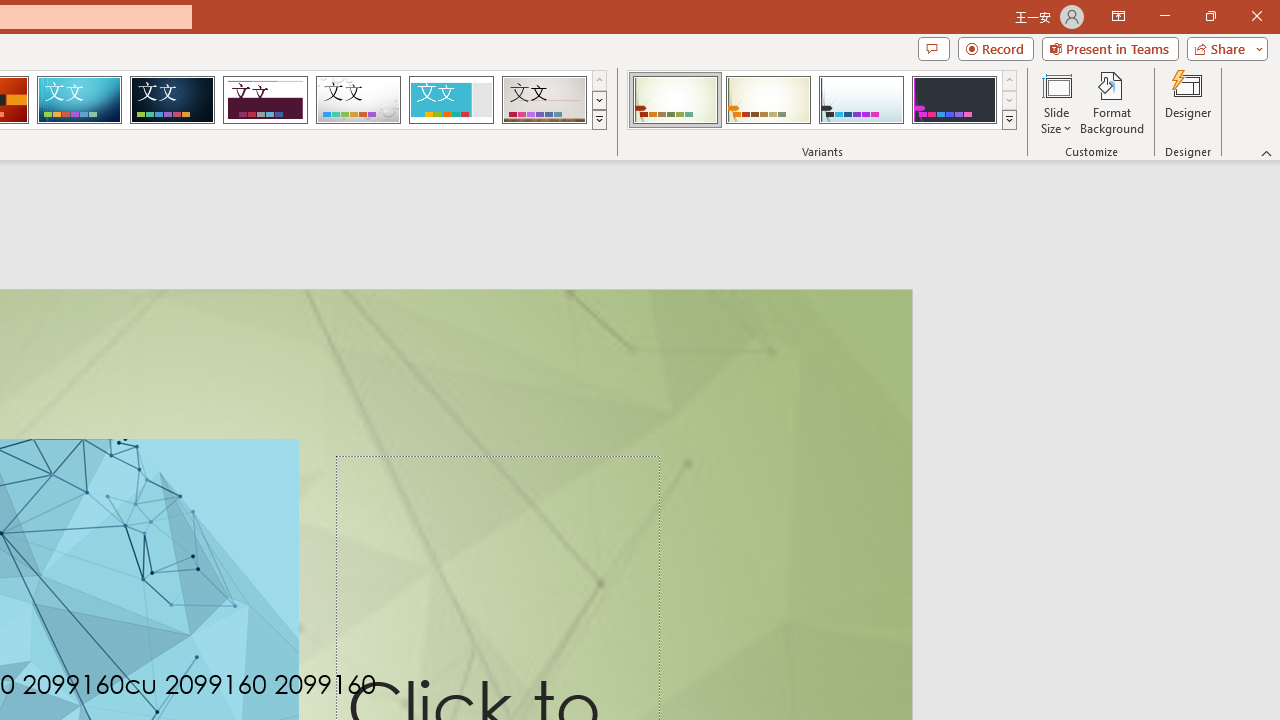 The height and width of the screenshot is (720, 1280). I want to click on 'Wisp Variant 3', so click(861, 100).